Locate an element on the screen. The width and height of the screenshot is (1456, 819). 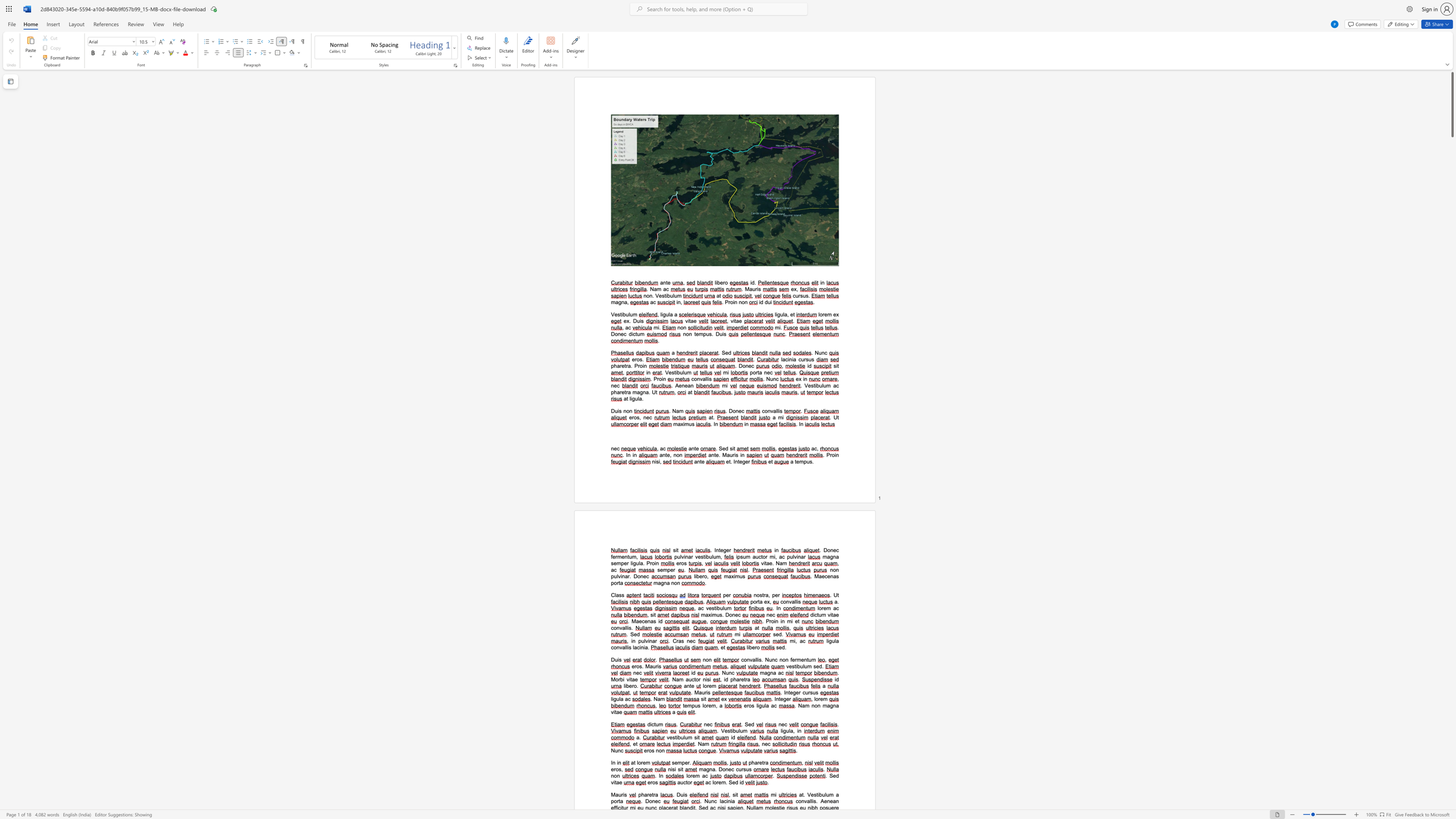
the space between the continuous character "r" and "s" in the text is located at coordinates (743, 769).